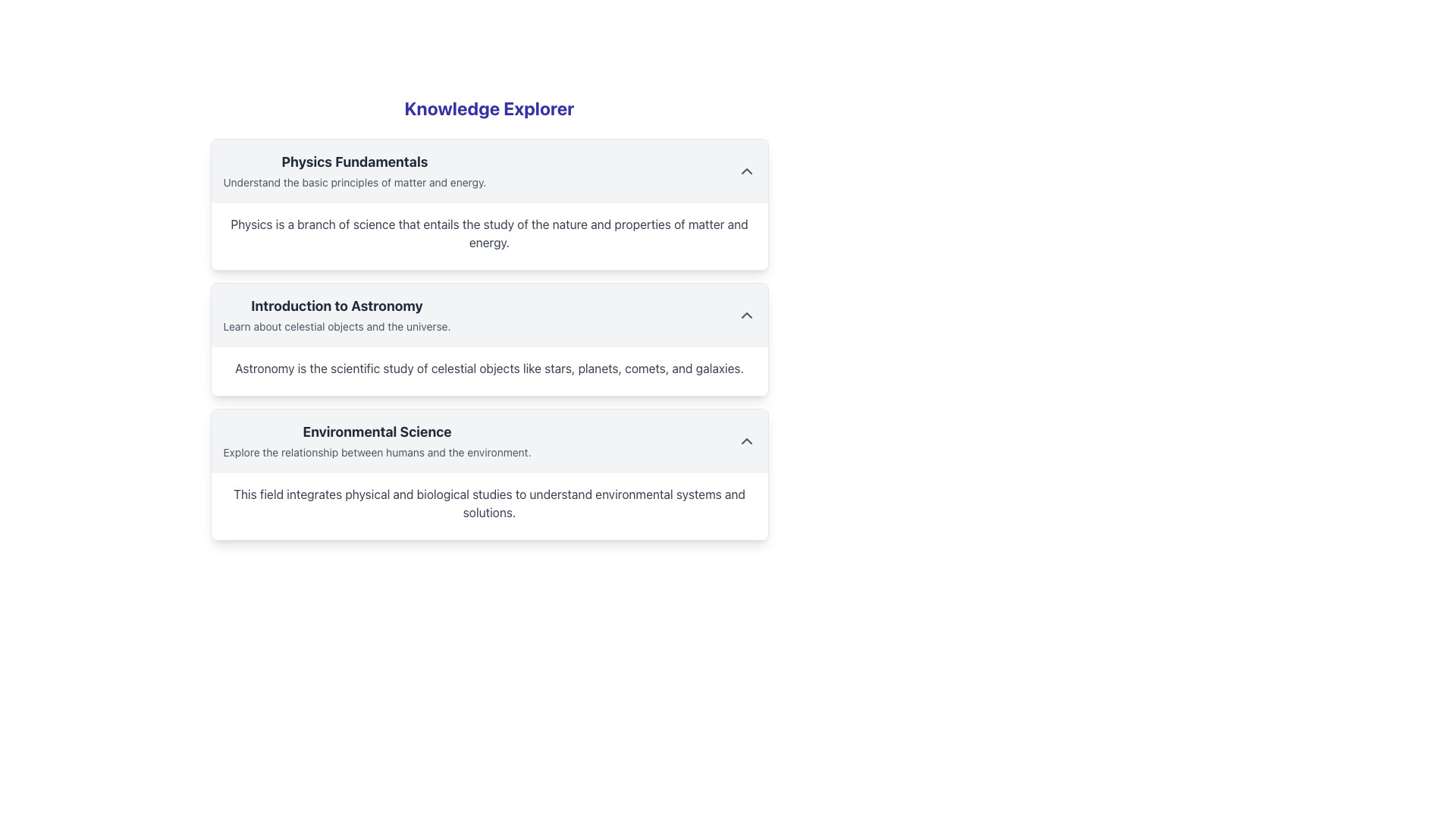 The image size is (1456, 819). Describe the element at coordinates (489, 371) in the screenshot. I see `the informative text label located in the expandable section titled 'Introduction to Astronomy' in the second card of the layout` at that location.